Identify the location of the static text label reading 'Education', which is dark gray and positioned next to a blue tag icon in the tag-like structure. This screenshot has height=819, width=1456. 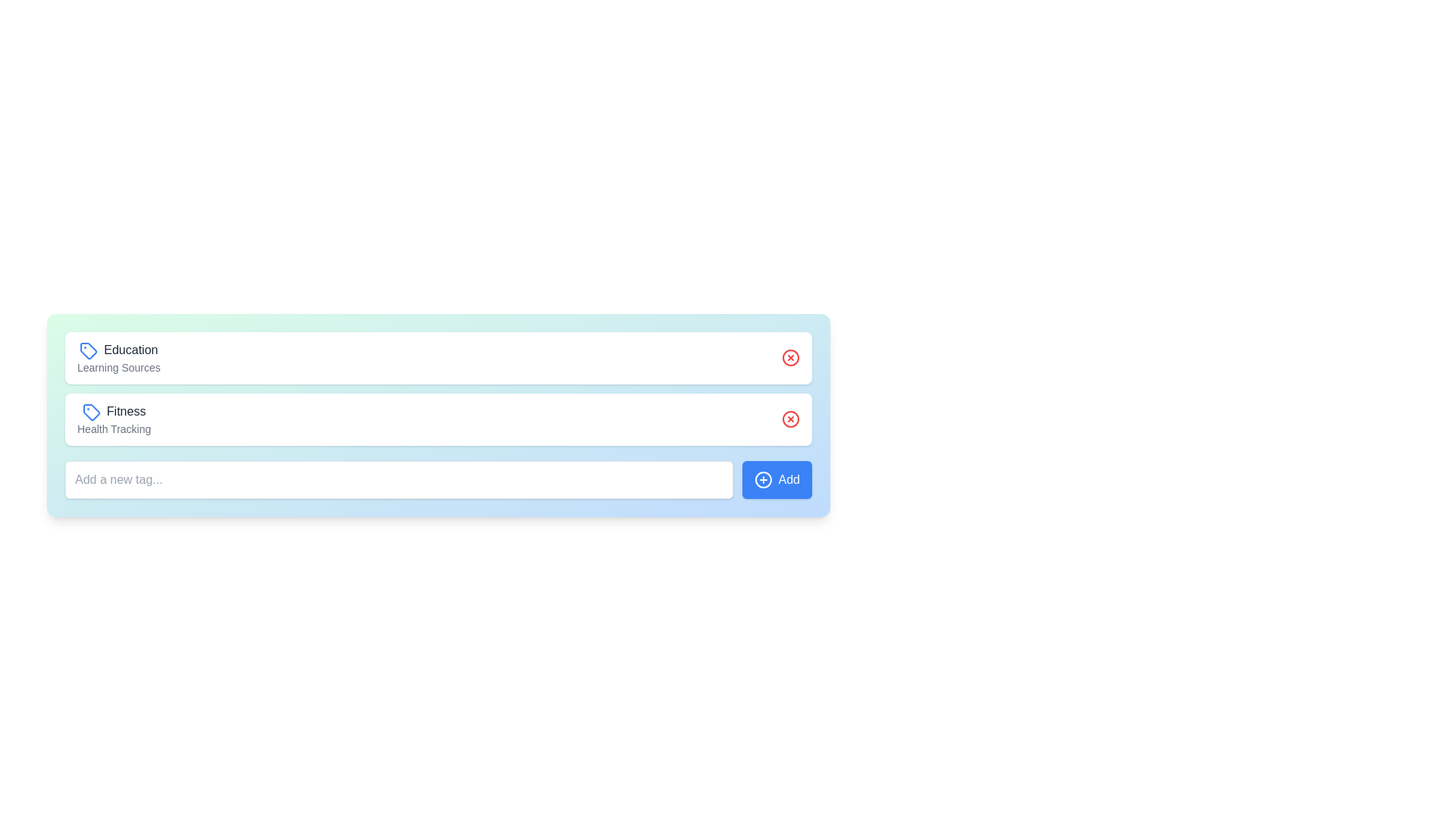
(130, 350).